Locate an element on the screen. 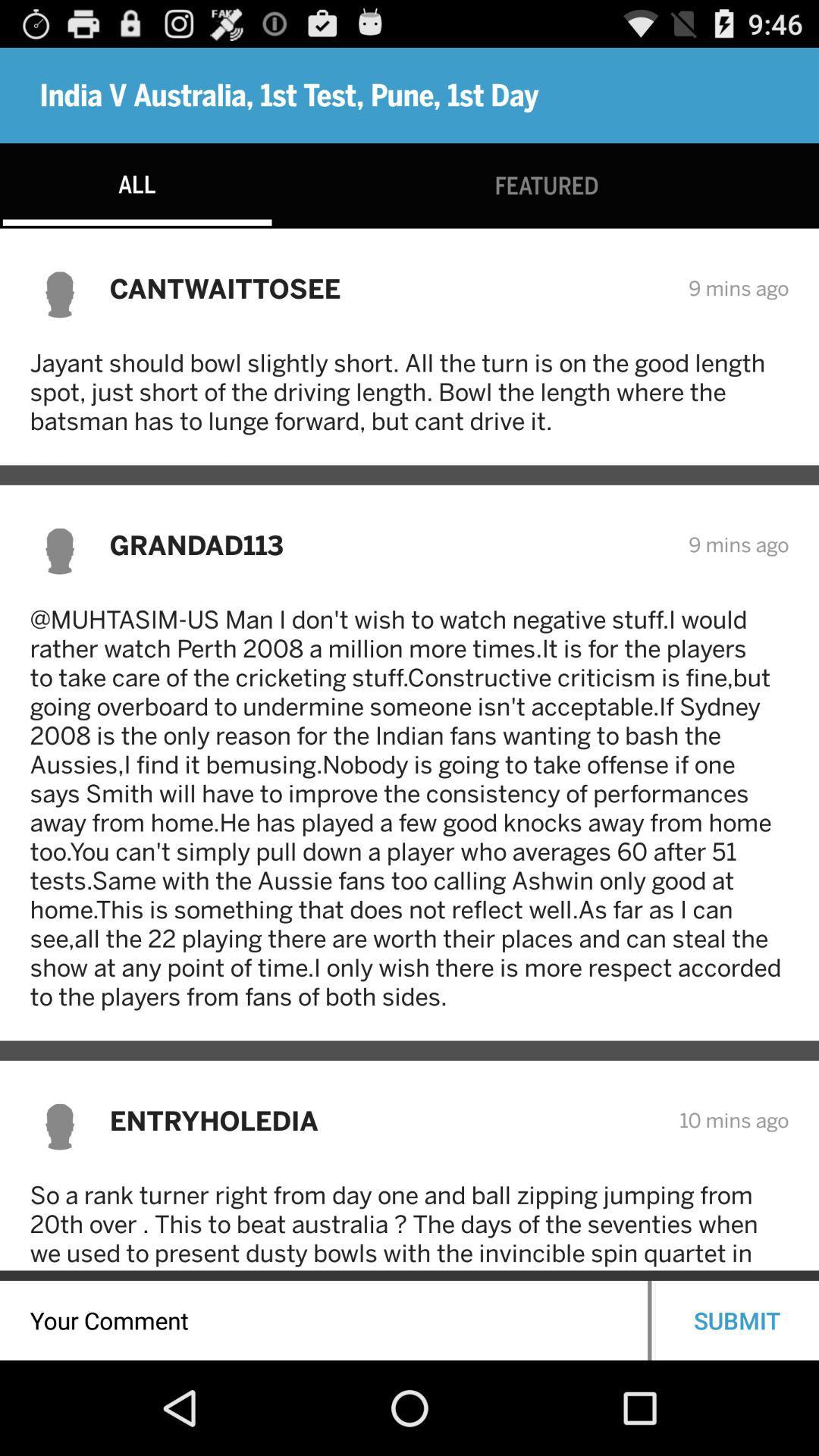 Image resolution: width=819 pixels, height=1456 pixels. item above jayant should bowl icon is located at coordinates (388, 288).